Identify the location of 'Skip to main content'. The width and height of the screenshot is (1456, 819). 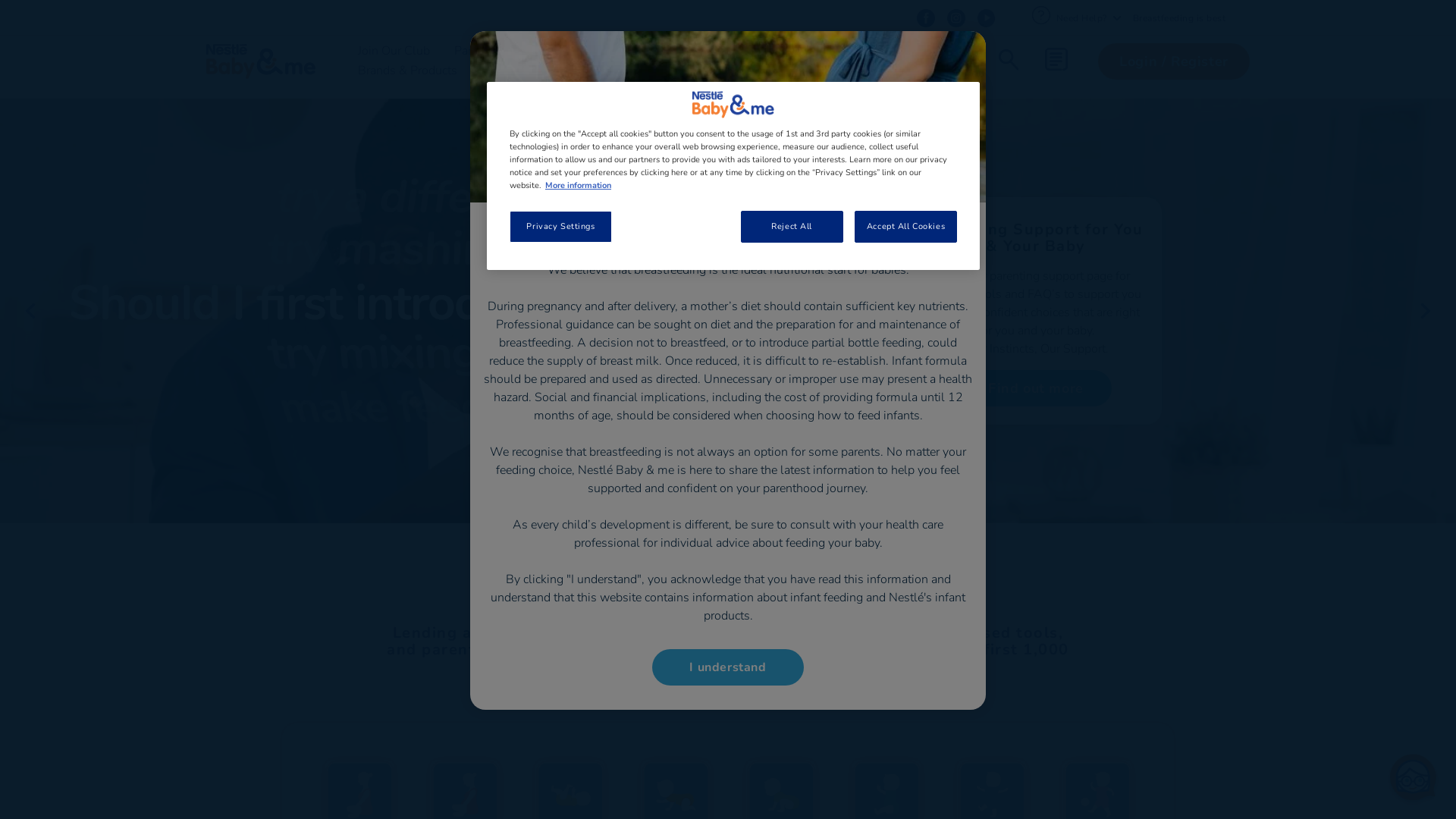
(0, 0).